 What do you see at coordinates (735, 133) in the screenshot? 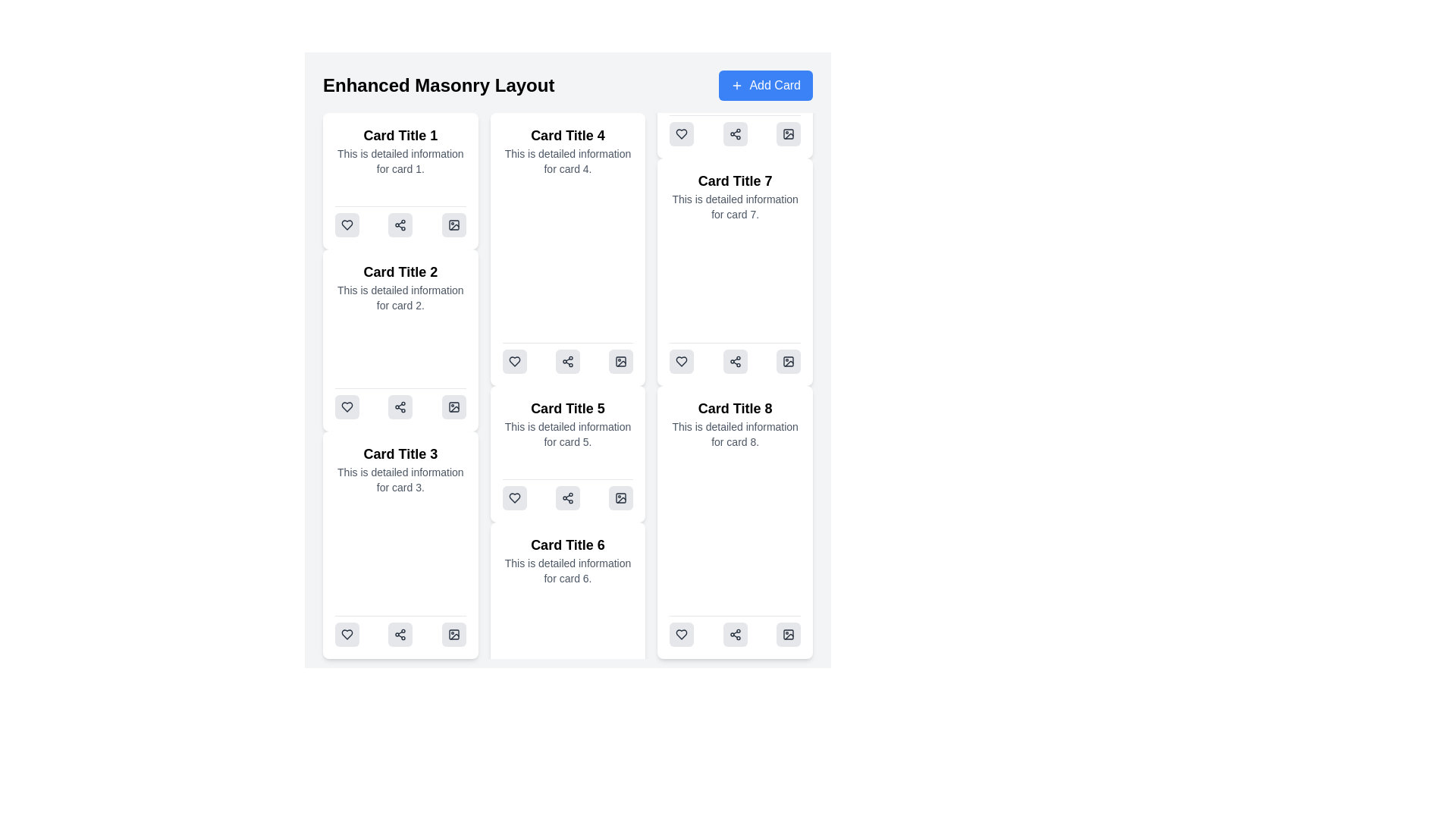
I see `the sharing icon button located in the top-right corner of 'Card Title 7', positioned between the heart icon and the image icon` at bounding box center [735, 133].